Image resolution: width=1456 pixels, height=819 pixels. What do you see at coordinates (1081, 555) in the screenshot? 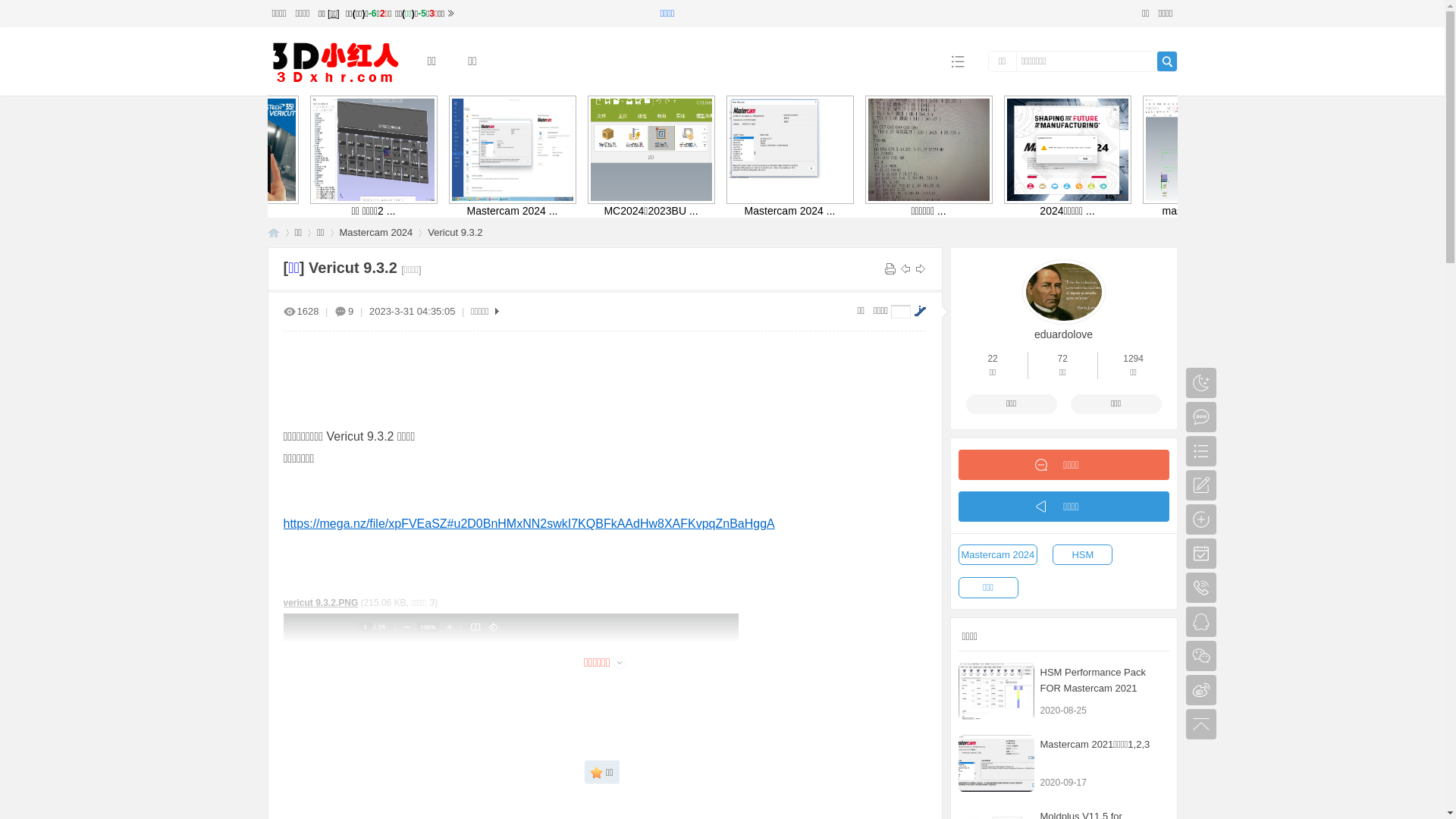
I see `'HSM'` at bounding box center [1081, 555].